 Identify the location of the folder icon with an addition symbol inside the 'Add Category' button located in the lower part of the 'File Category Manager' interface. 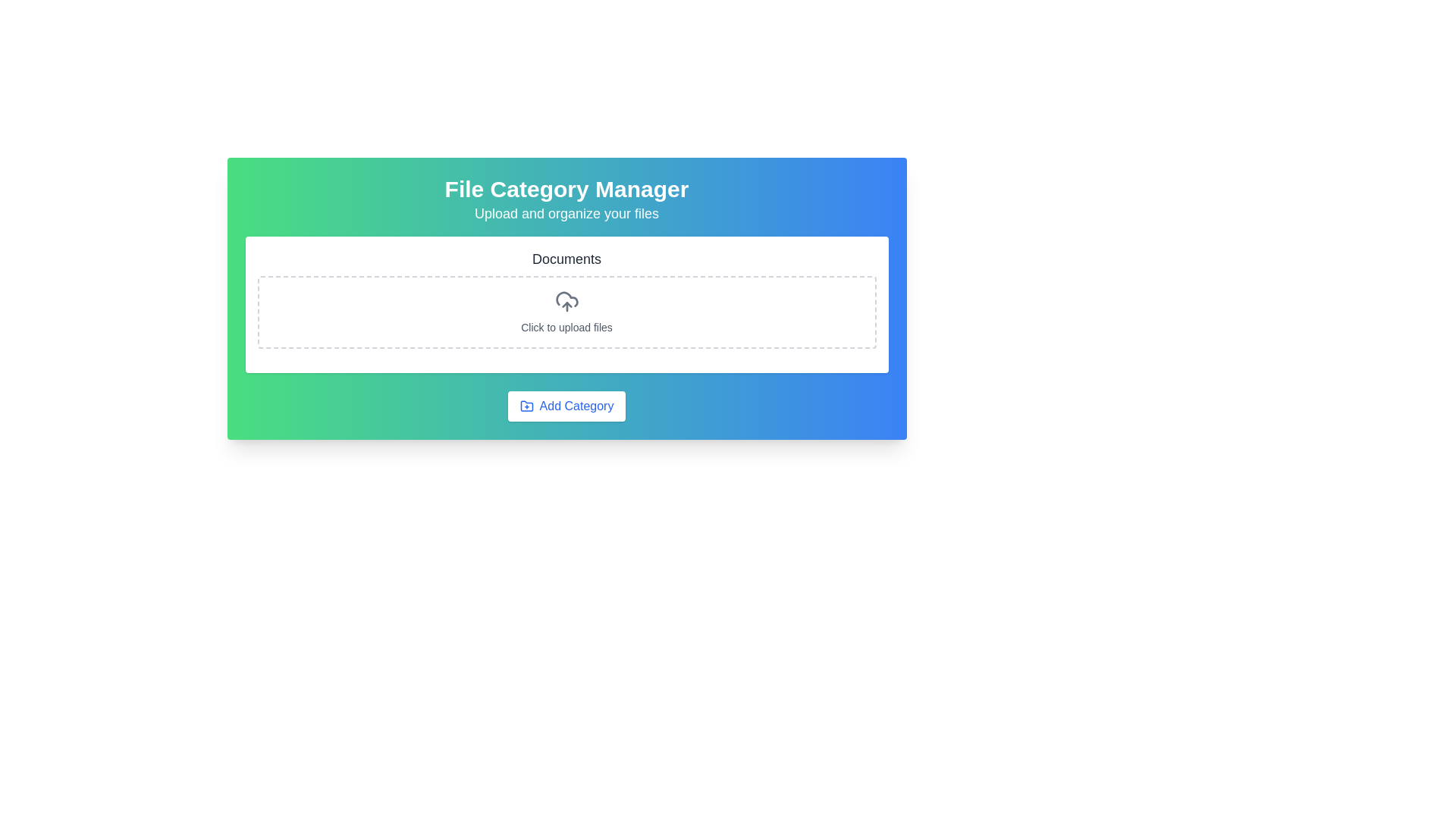
(526, 405).